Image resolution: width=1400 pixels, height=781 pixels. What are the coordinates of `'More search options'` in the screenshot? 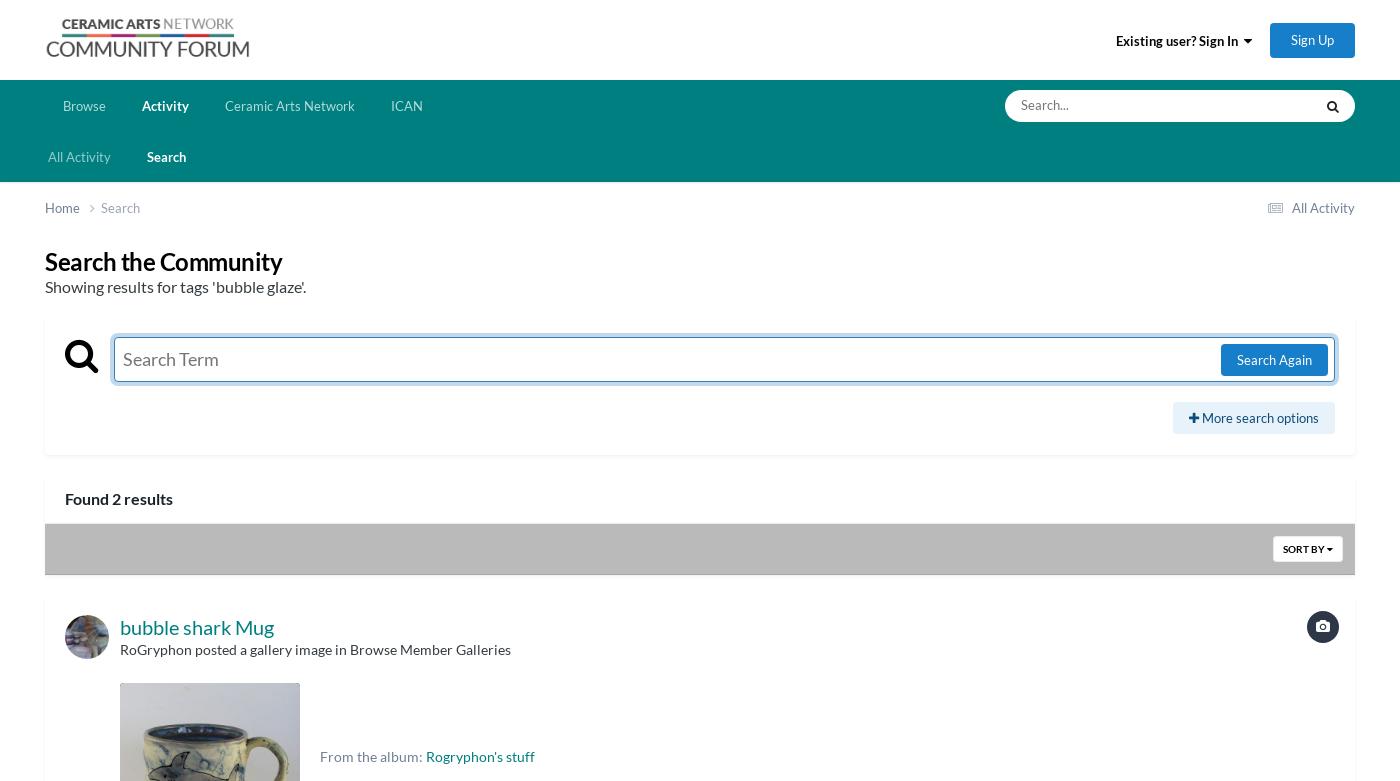 It's located at (1198, 416).